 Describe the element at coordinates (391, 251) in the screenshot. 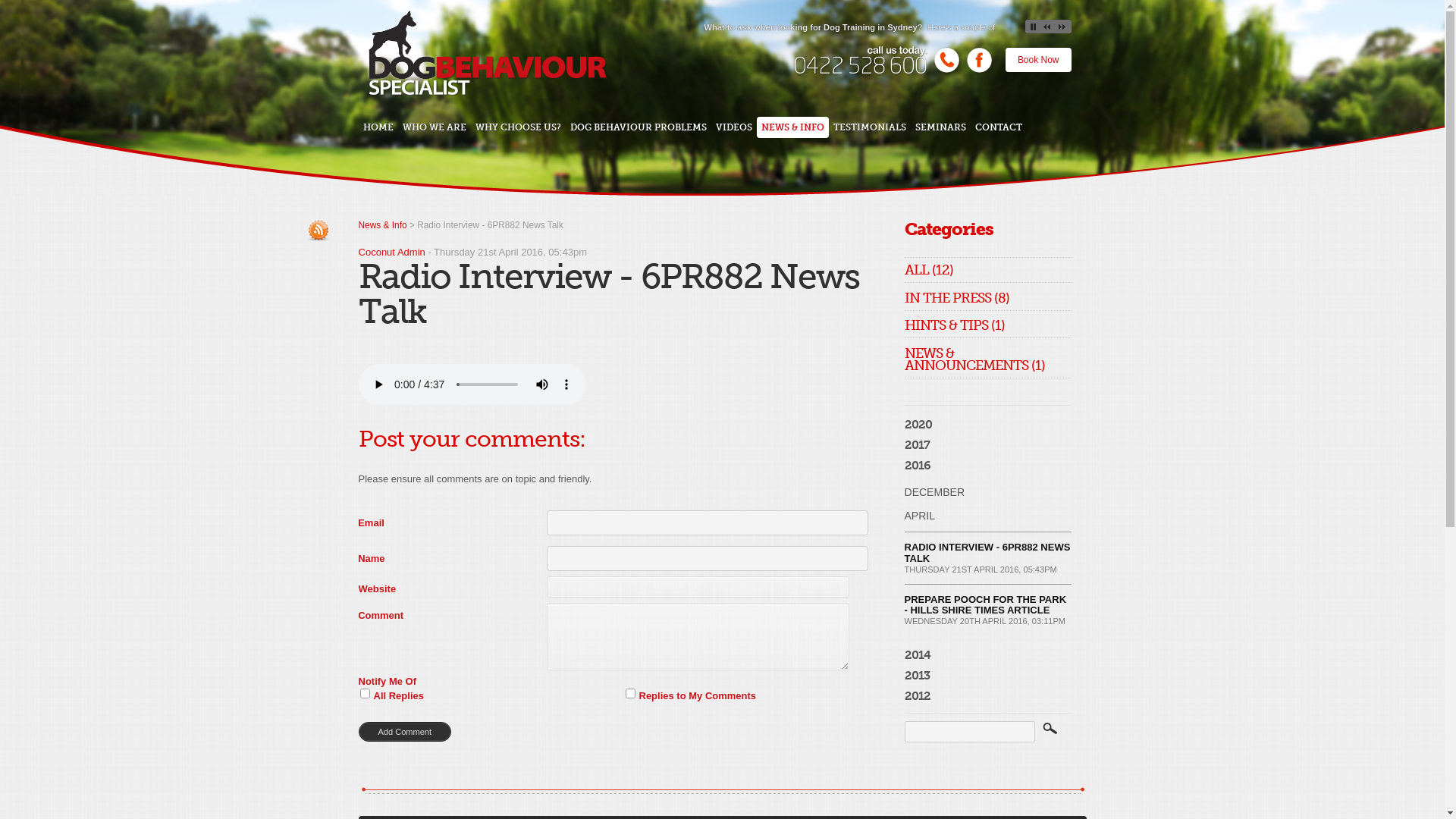

I see `'Coconut Admin'` at that location.